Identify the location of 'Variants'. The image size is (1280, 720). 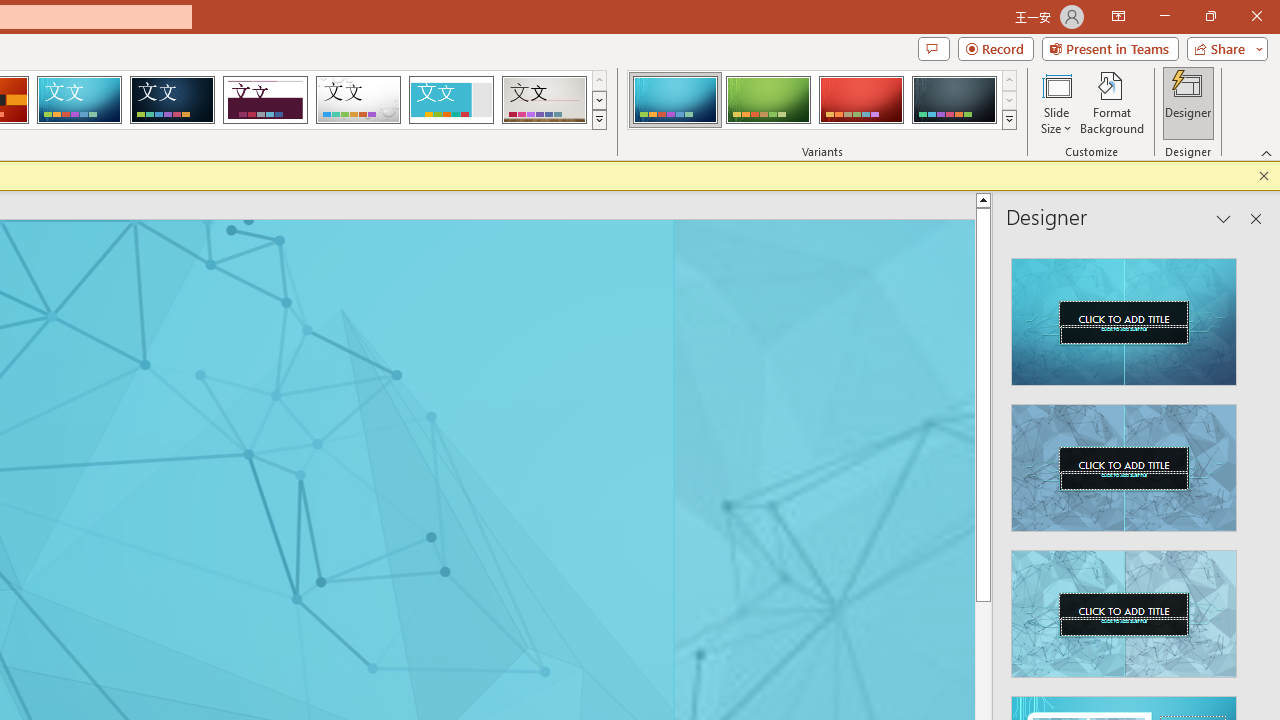
(1009, 120).